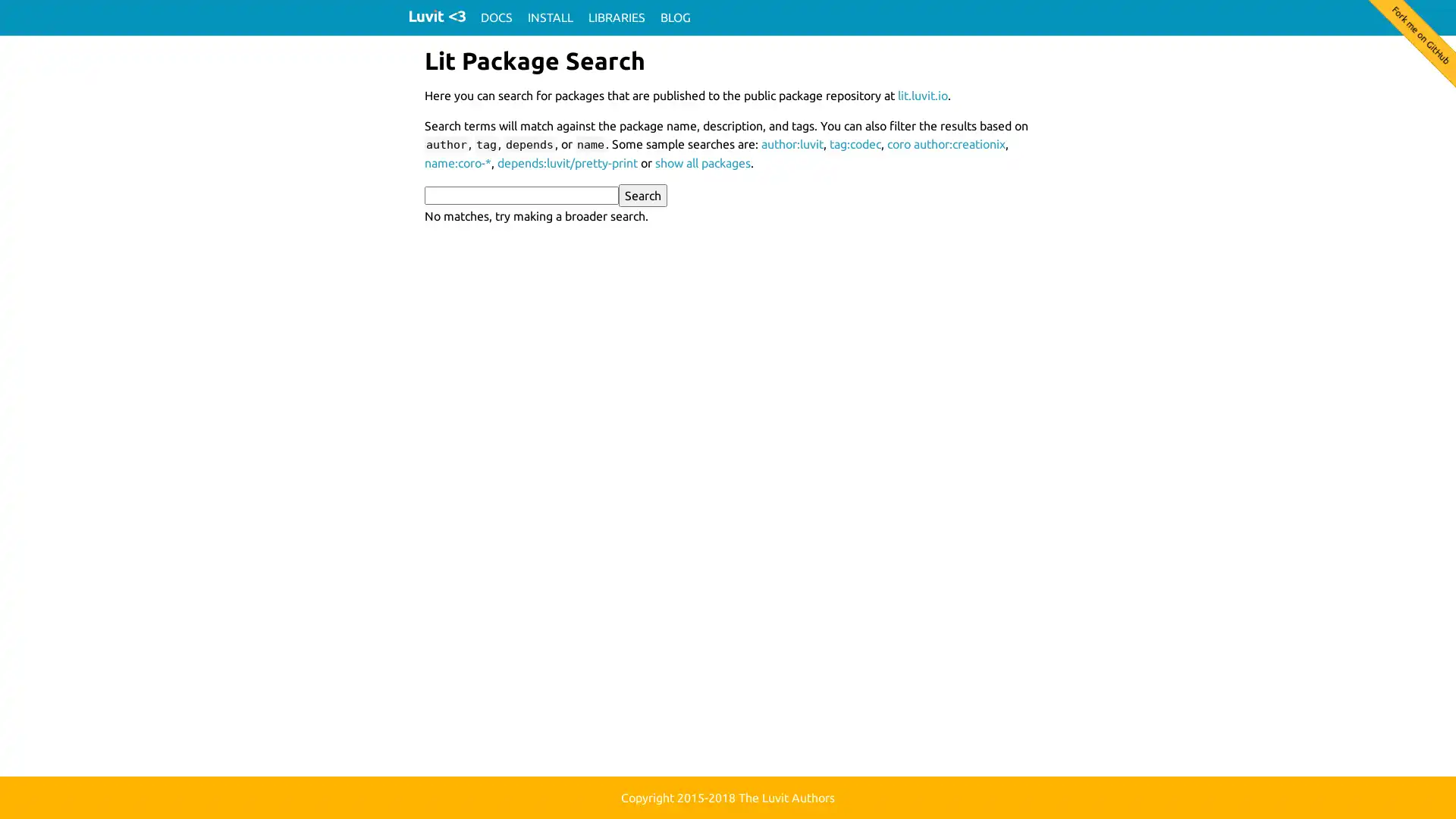 The image size is (1456, 819). What do you see at coordinates (643, 194) in the screenshot?
I see `Search` at bounding box center [643, 194].